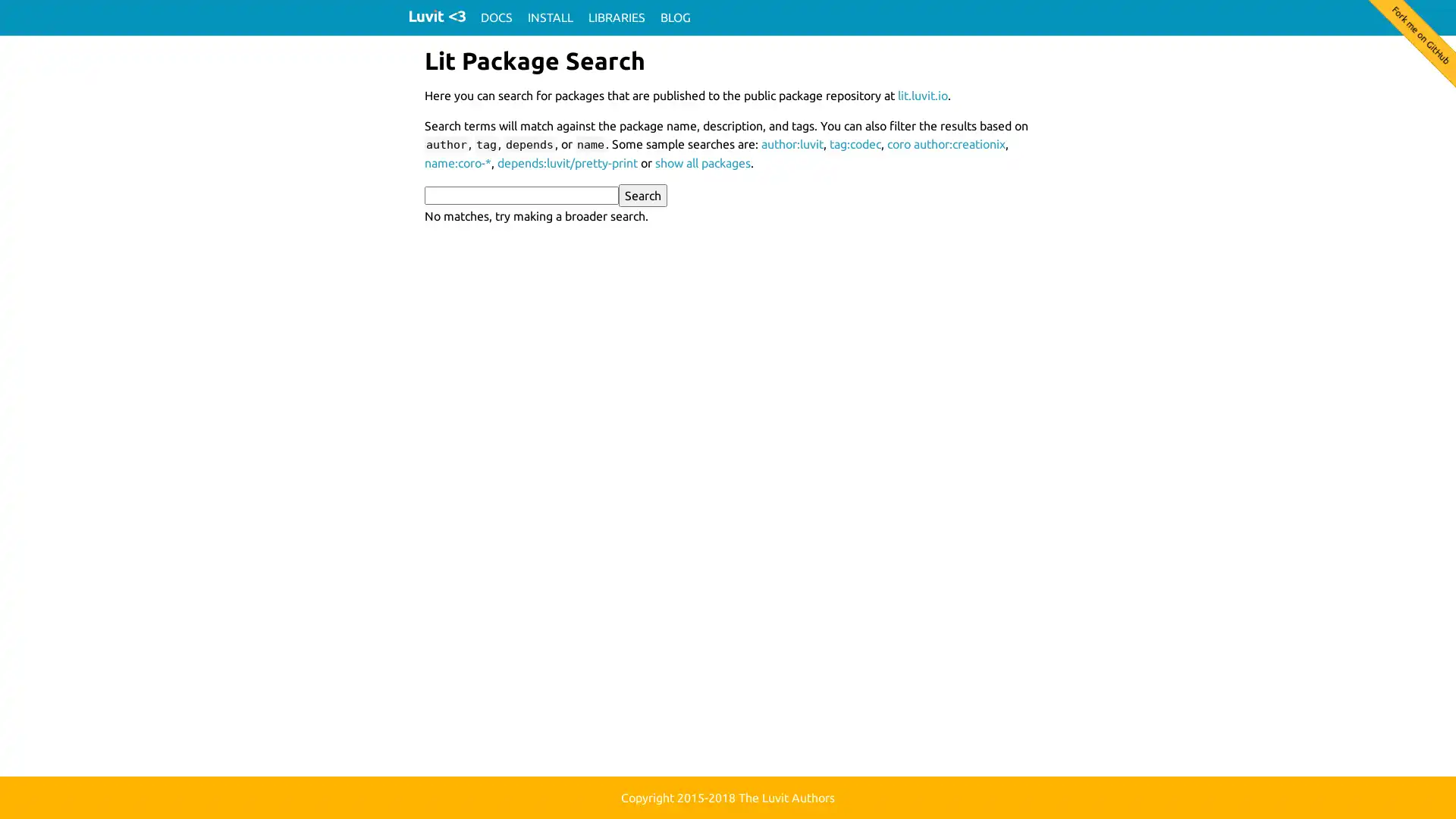 The image size is (1456, 819). What do you see at coordinates (643, 194) in the screenshot?
I see `Search` at bounding box center [643, 194].